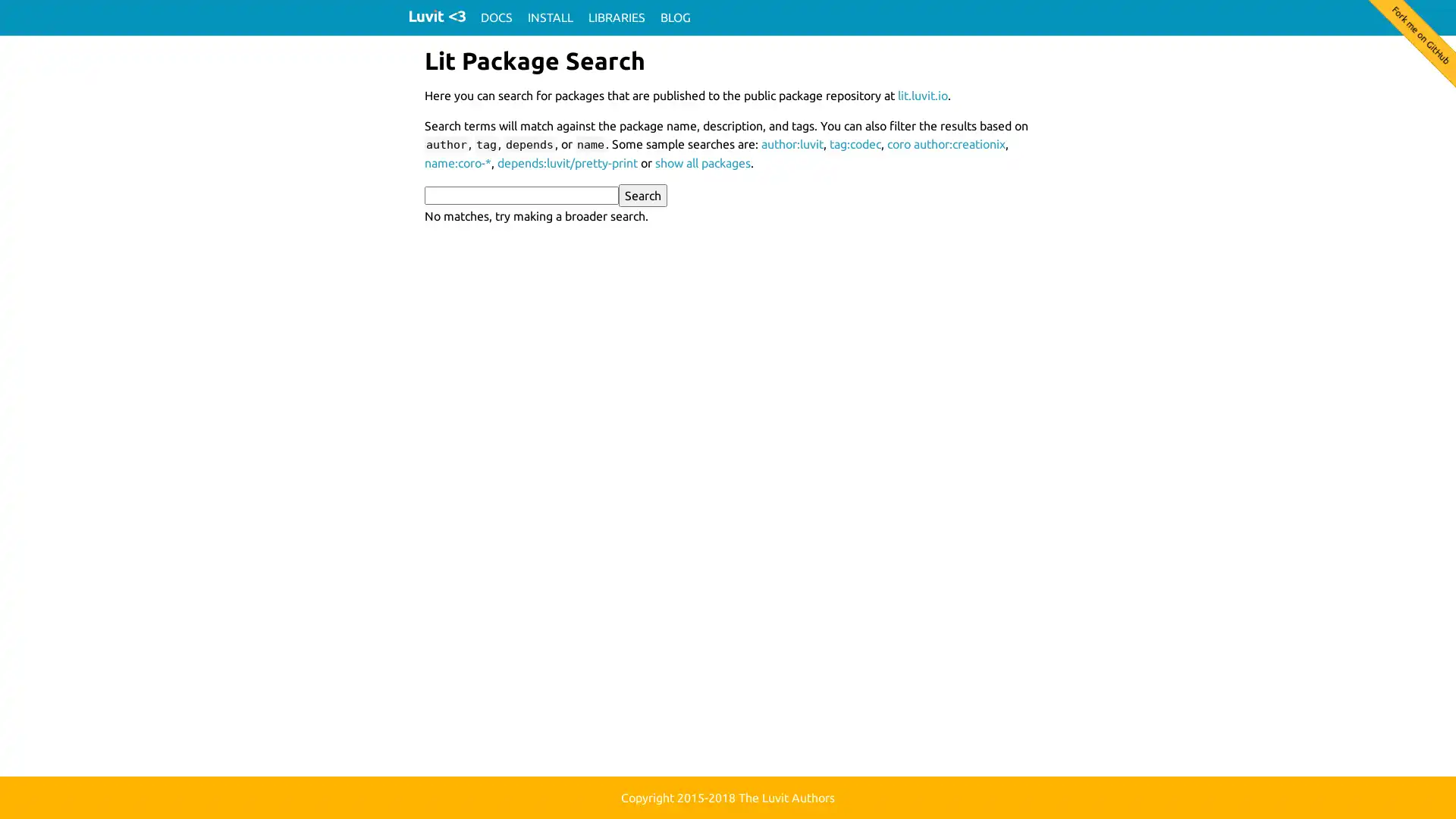 The image size is (1456, 819). What do you see at coordinates (643, 194) in the screenshot?
I see `Search` at bounding box center [643, 194].